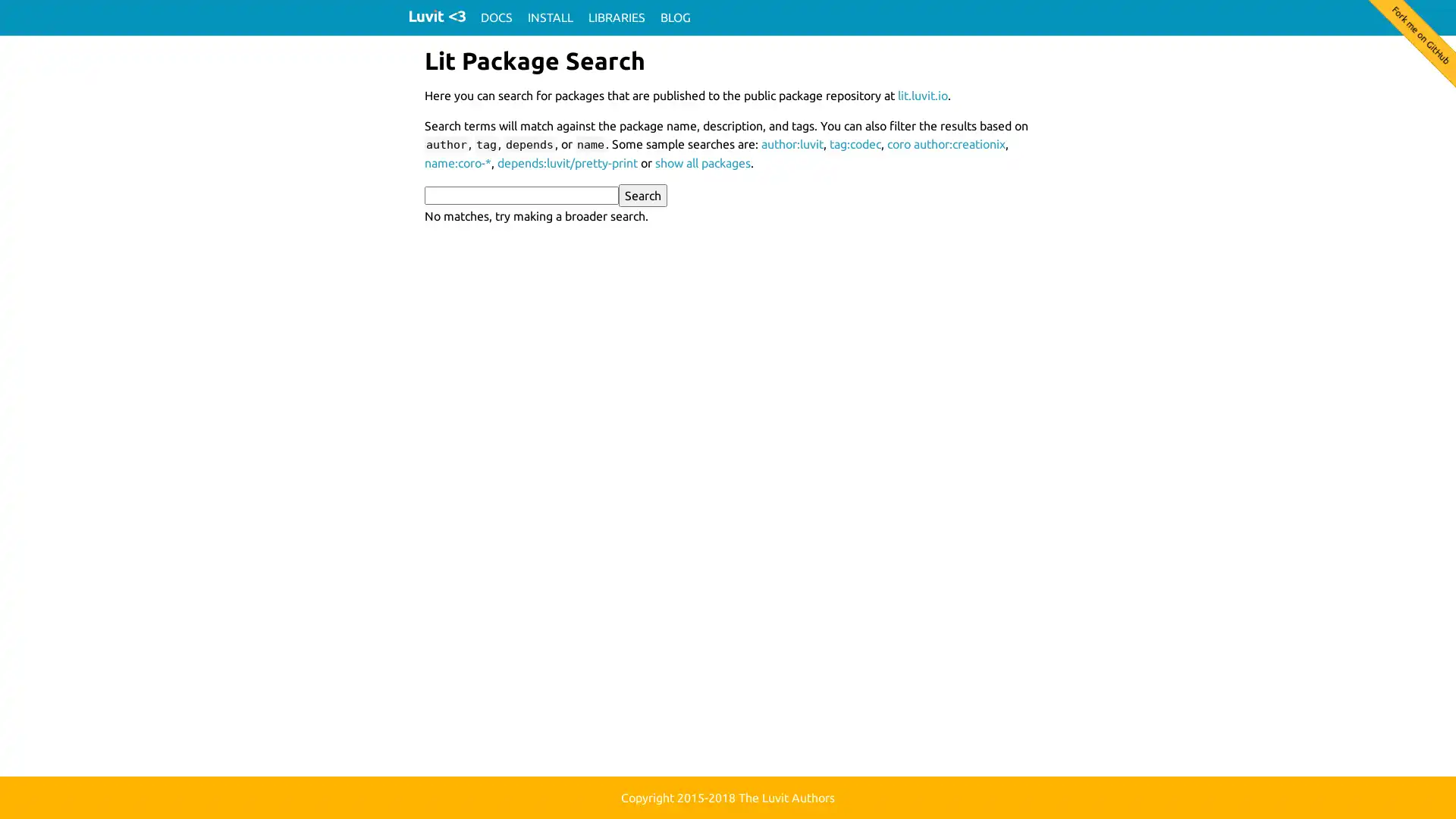 The image size is (1456, 819). What do you see at coordinates (643, 194) in the screenshot?
I see `Search` at bounding box center [643, 194].